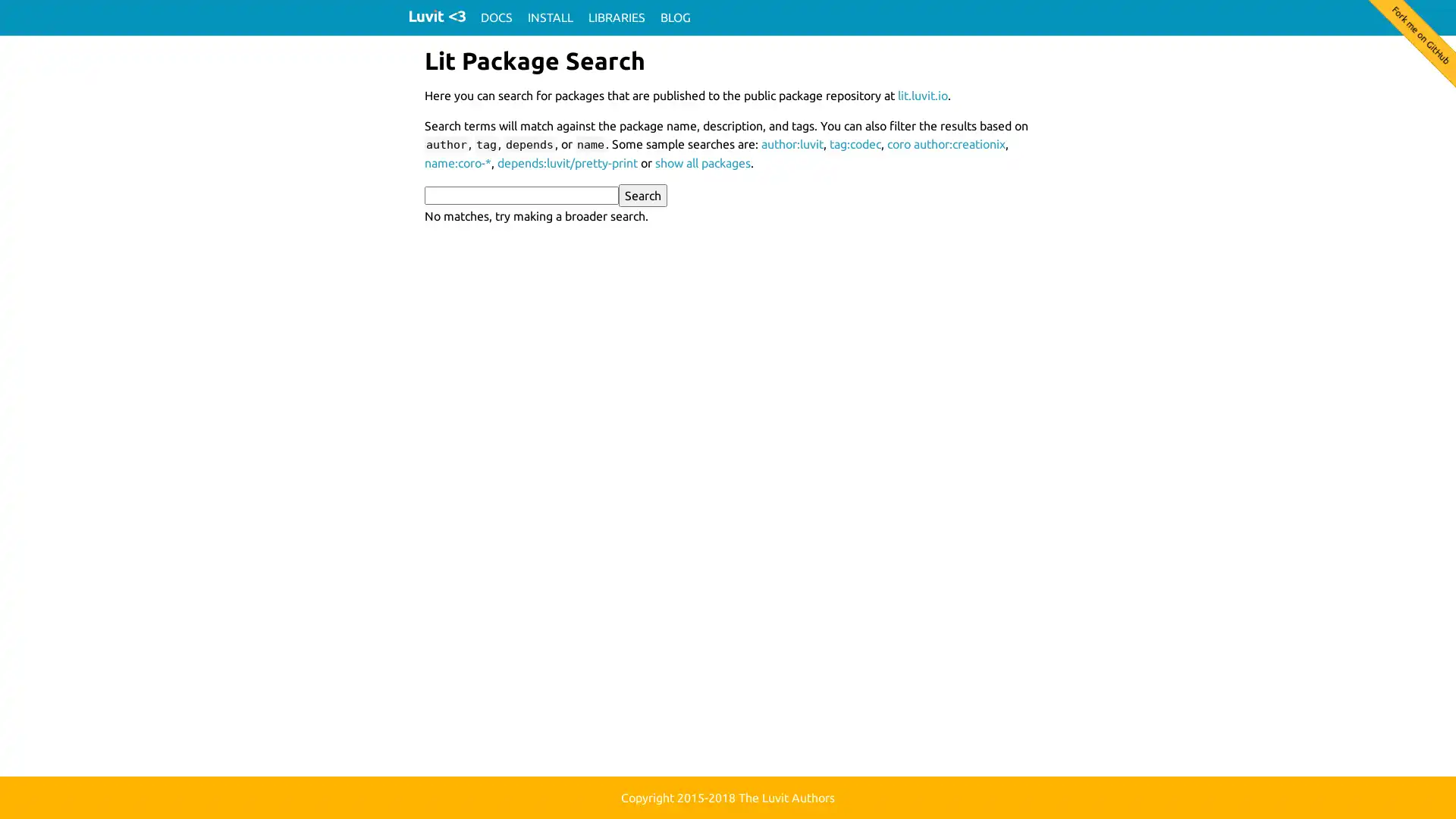 The image size is (1456, 819). What do you see at coordinates (643, 194) in the screenshot?
I see `Search` at bounding box center [643, 194].